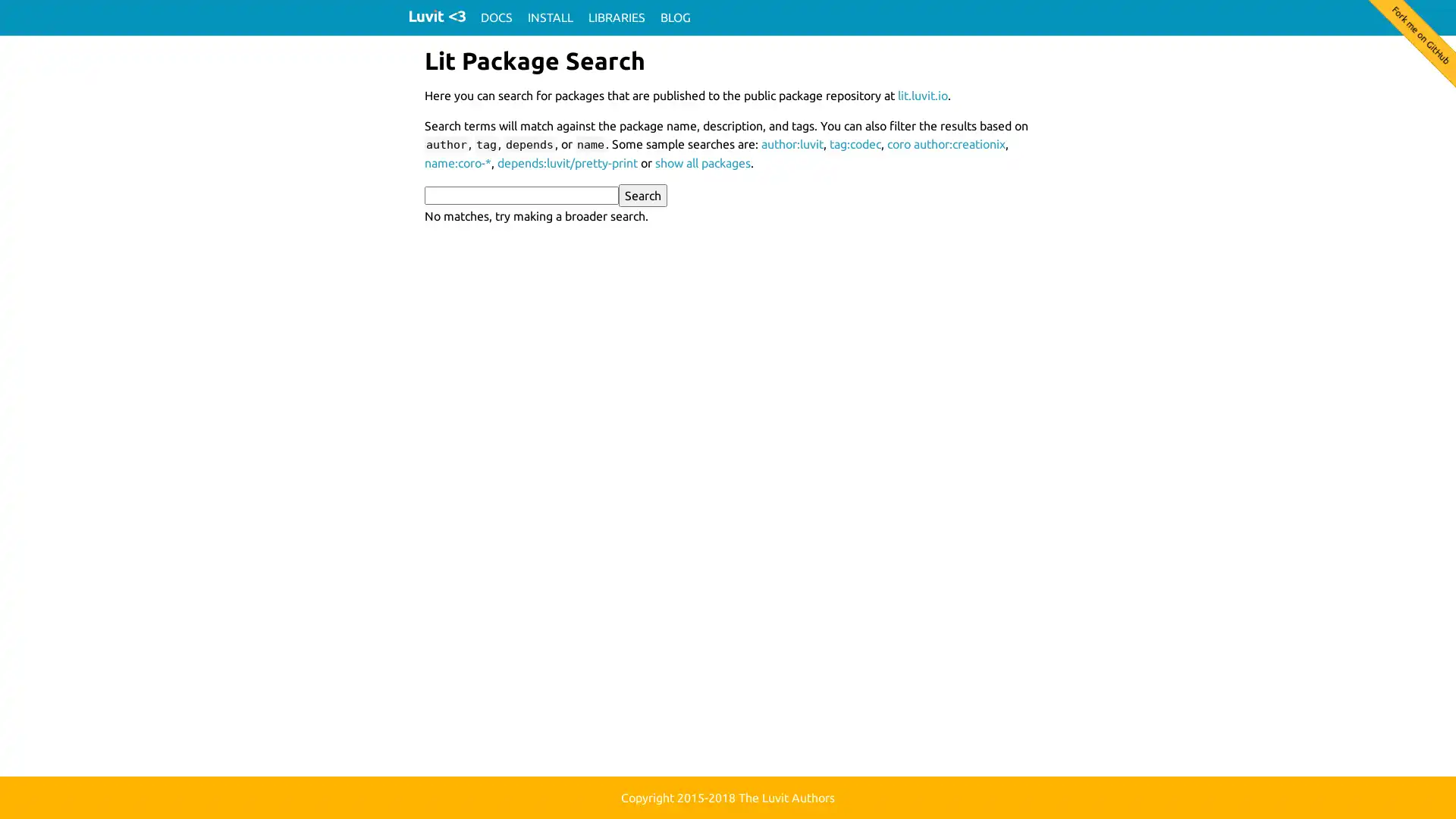 The image size is (1456, 819). What do you see at coordinates (643, 194) in the screenshot?
I see `Search` at bounding box center [643, 194].